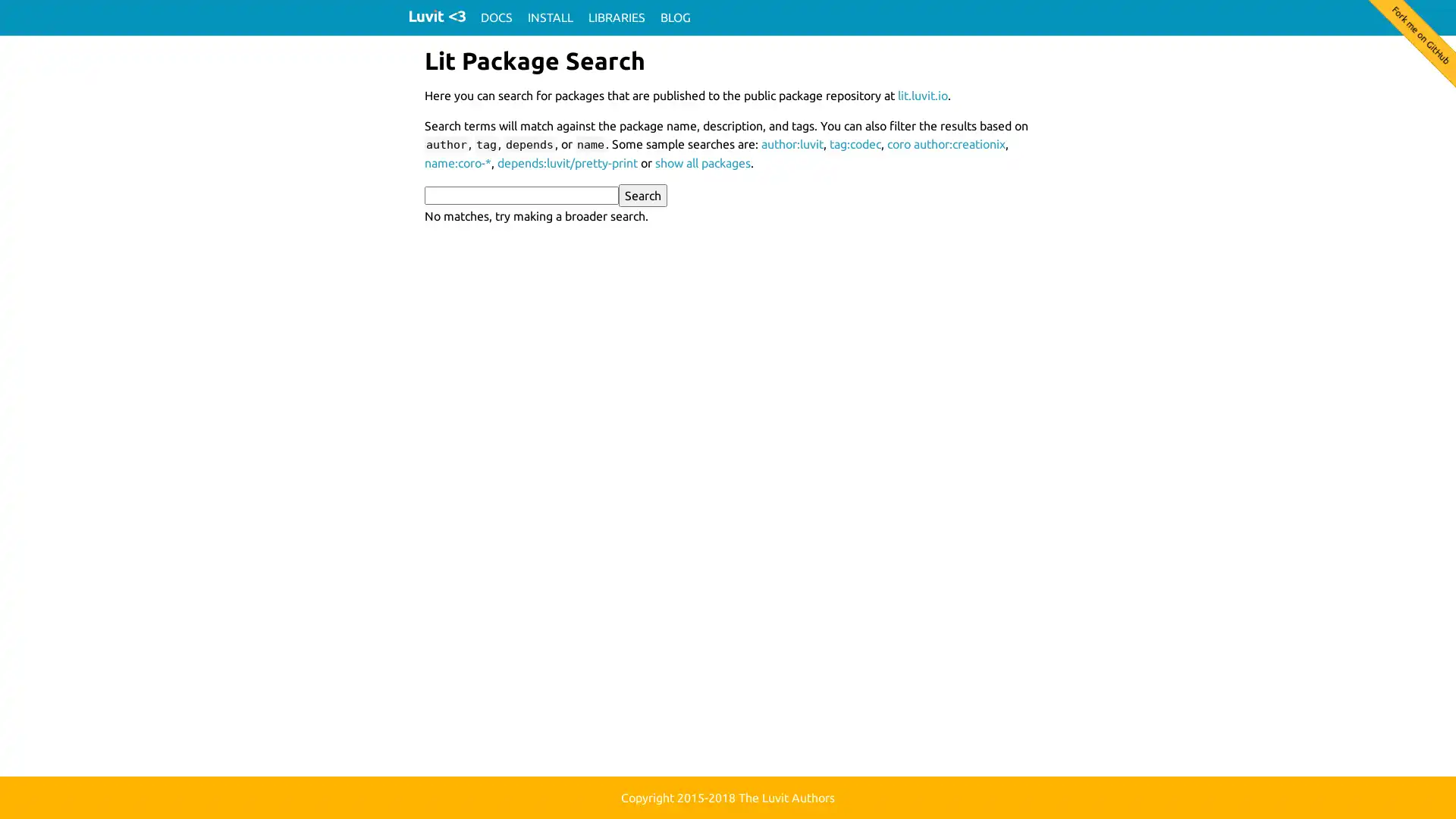 The image size is (1456, 819). What do you see at coordinates (643, 194) in the screenshot?
I see `Search` at bounding box center [643, 194].